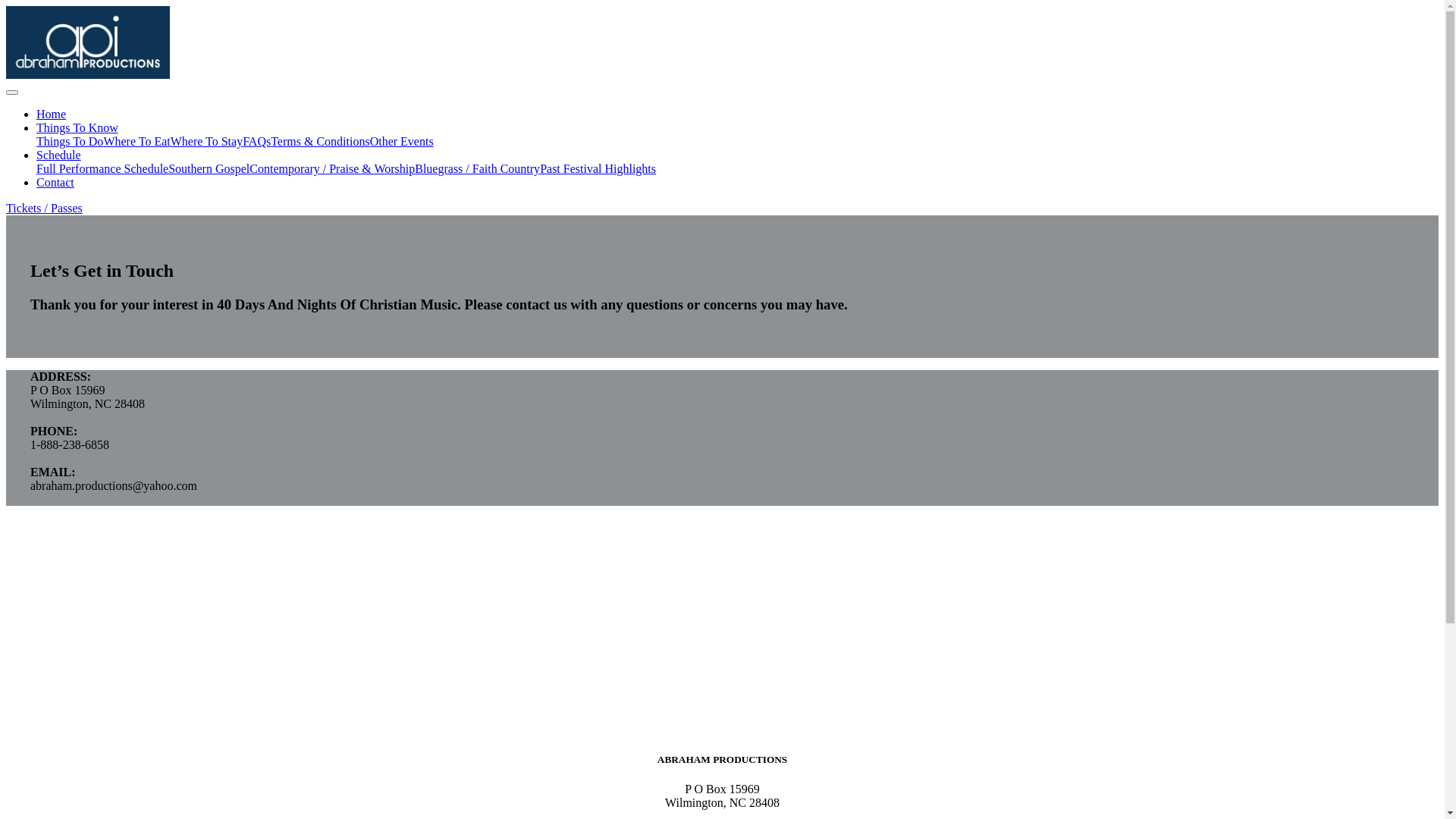 The height and width of the screenshot is (819, 1456). Describe the element at coordinates (243, 141) in the screenshot. I see `'FAQs'` at that location.